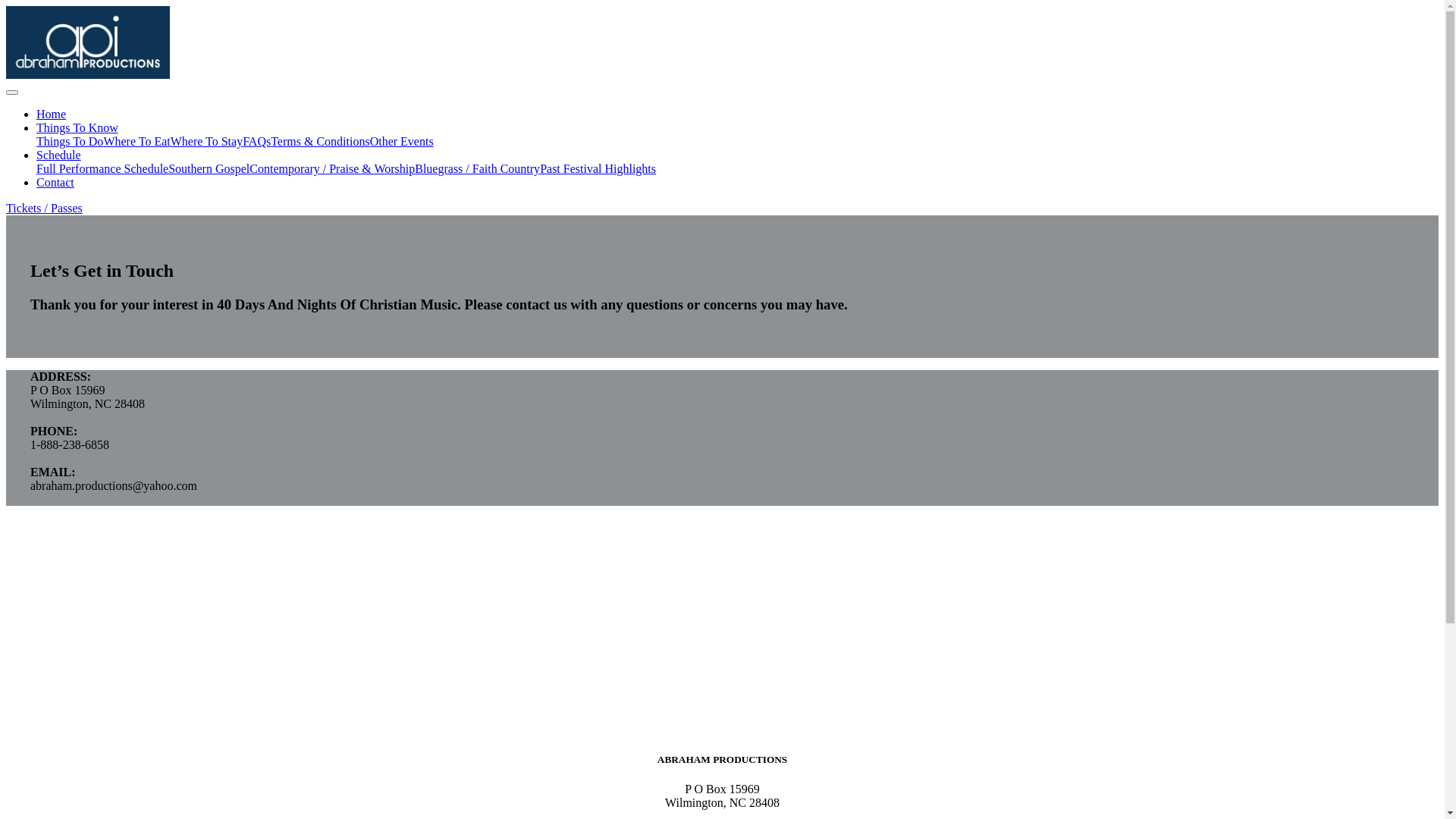 The height and width of the screenshot is (819, 1456). Describe the element at coordinates (243, 141) in the screenshot. I see `'FAQs'` at that location.